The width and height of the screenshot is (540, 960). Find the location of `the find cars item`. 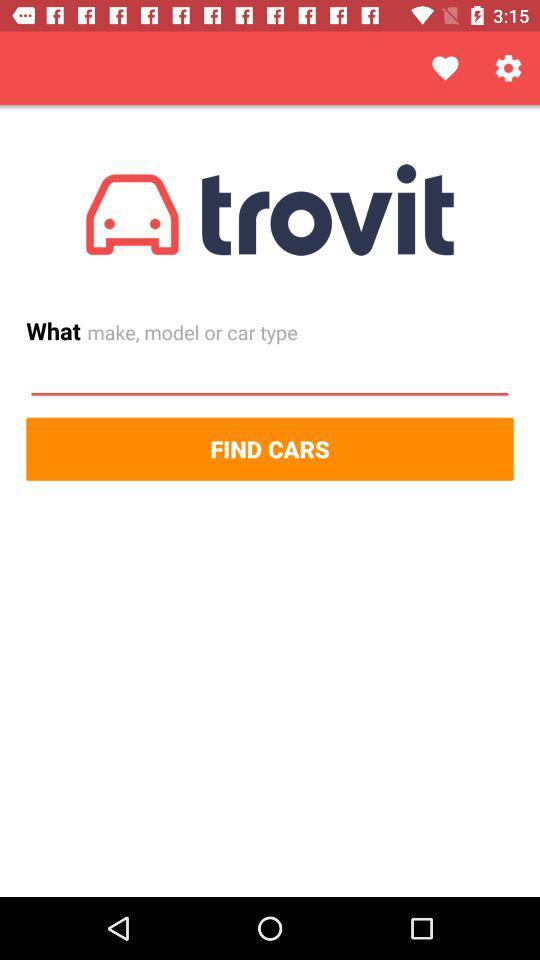

the find cars item is located at coordinates (270, 449).